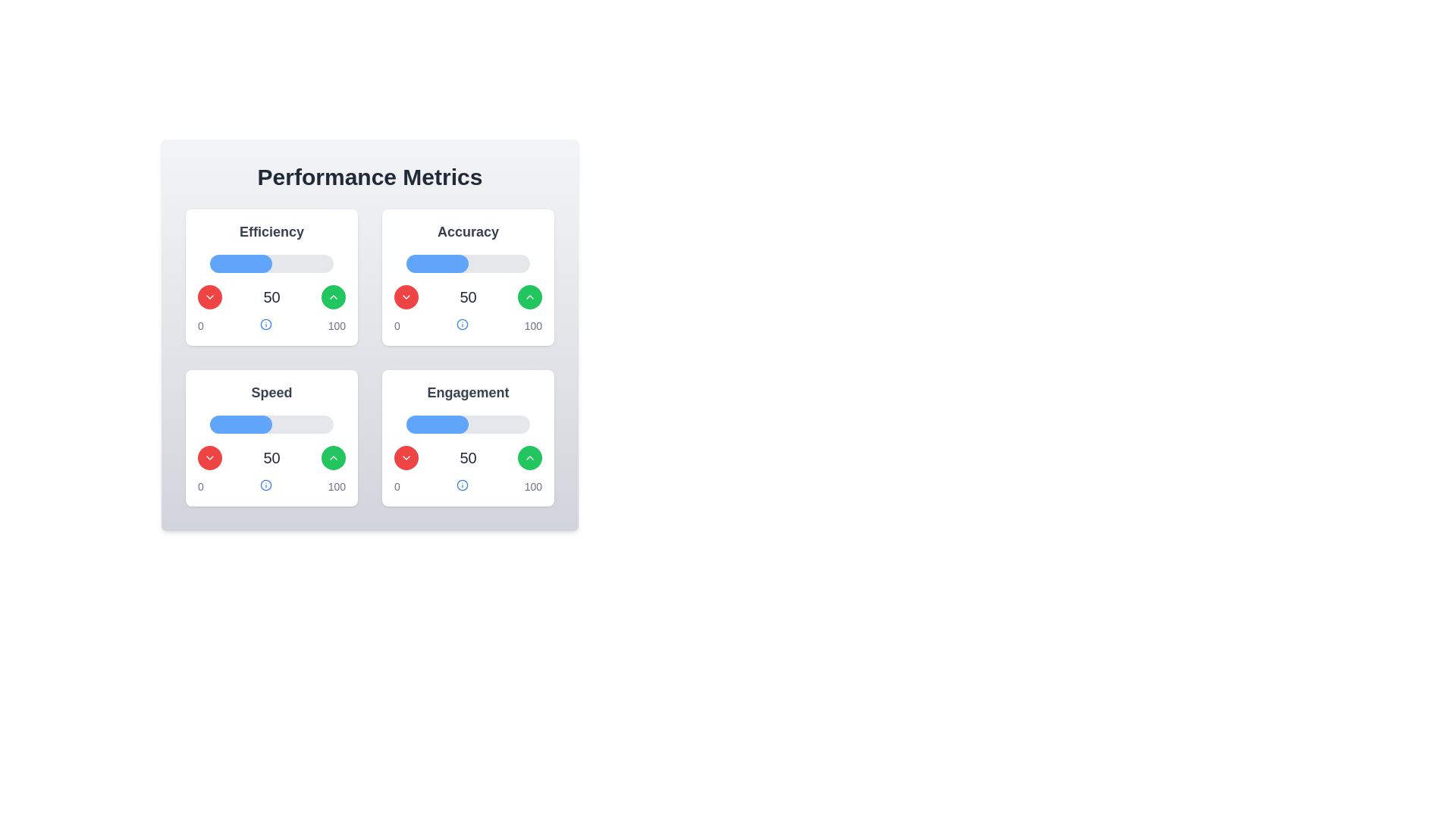 The height and width of the screenshot is (819, 1456). I want to click on the numeric digit '0' text label displayed in gray color, located in the bottom left corner of the 'Speed' metric card, so click(199, 486).